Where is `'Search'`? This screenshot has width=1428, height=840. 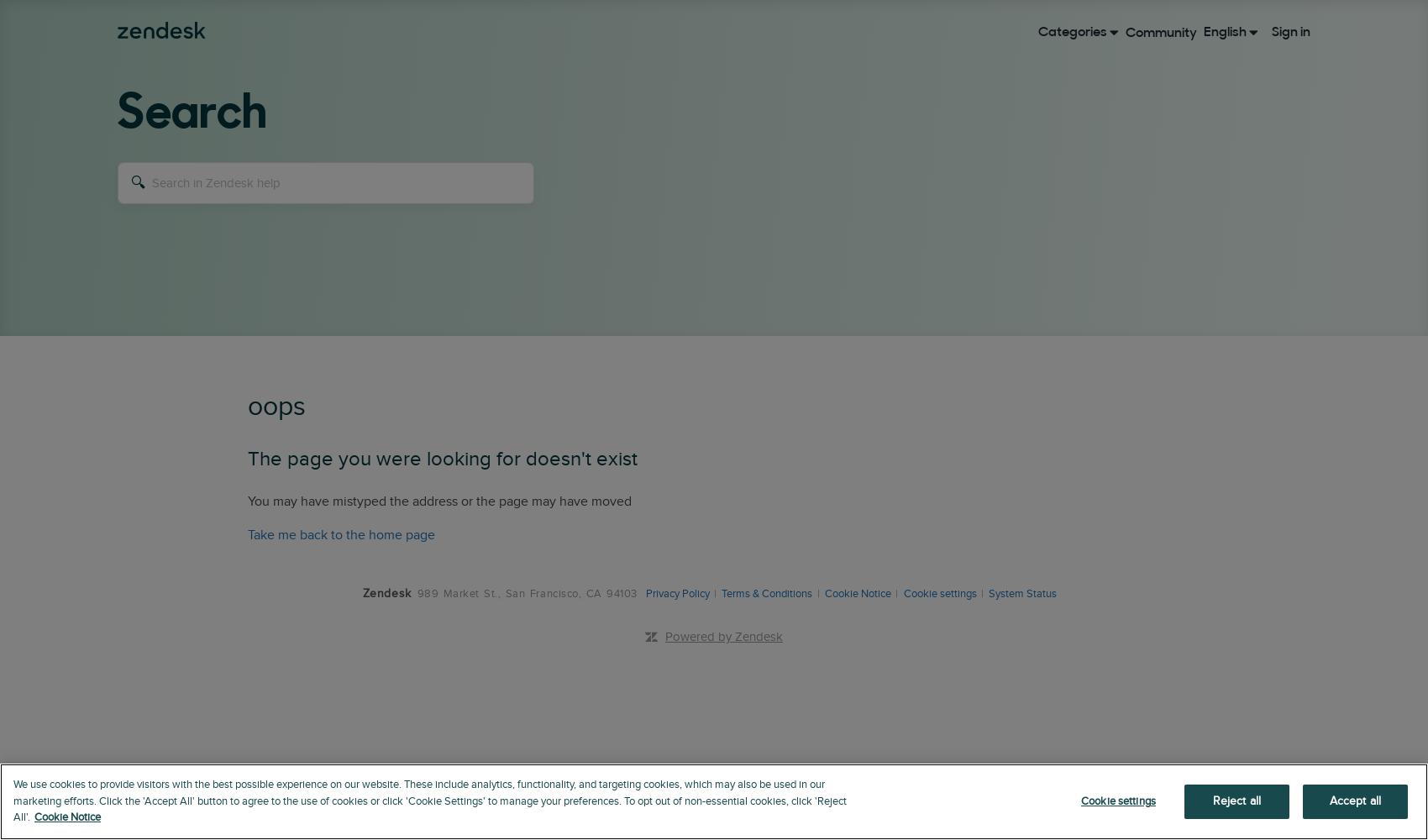 'Search' is located at coordinates (192, 116).